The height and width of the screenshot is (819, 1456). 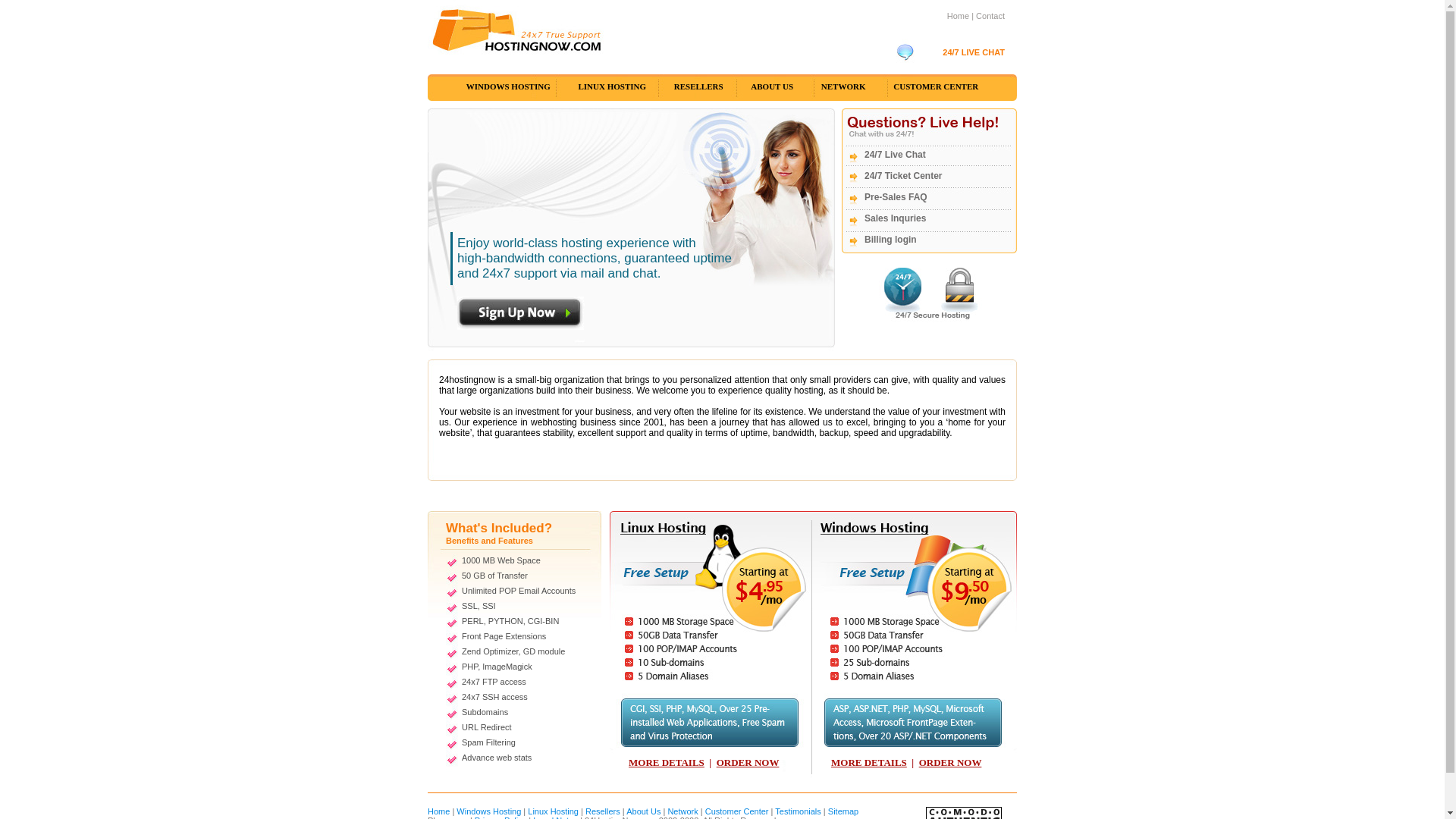 What do you see at coordinates (946, 15) in the screenshot?
I see `'Home'` at bounding box center [946, 15].